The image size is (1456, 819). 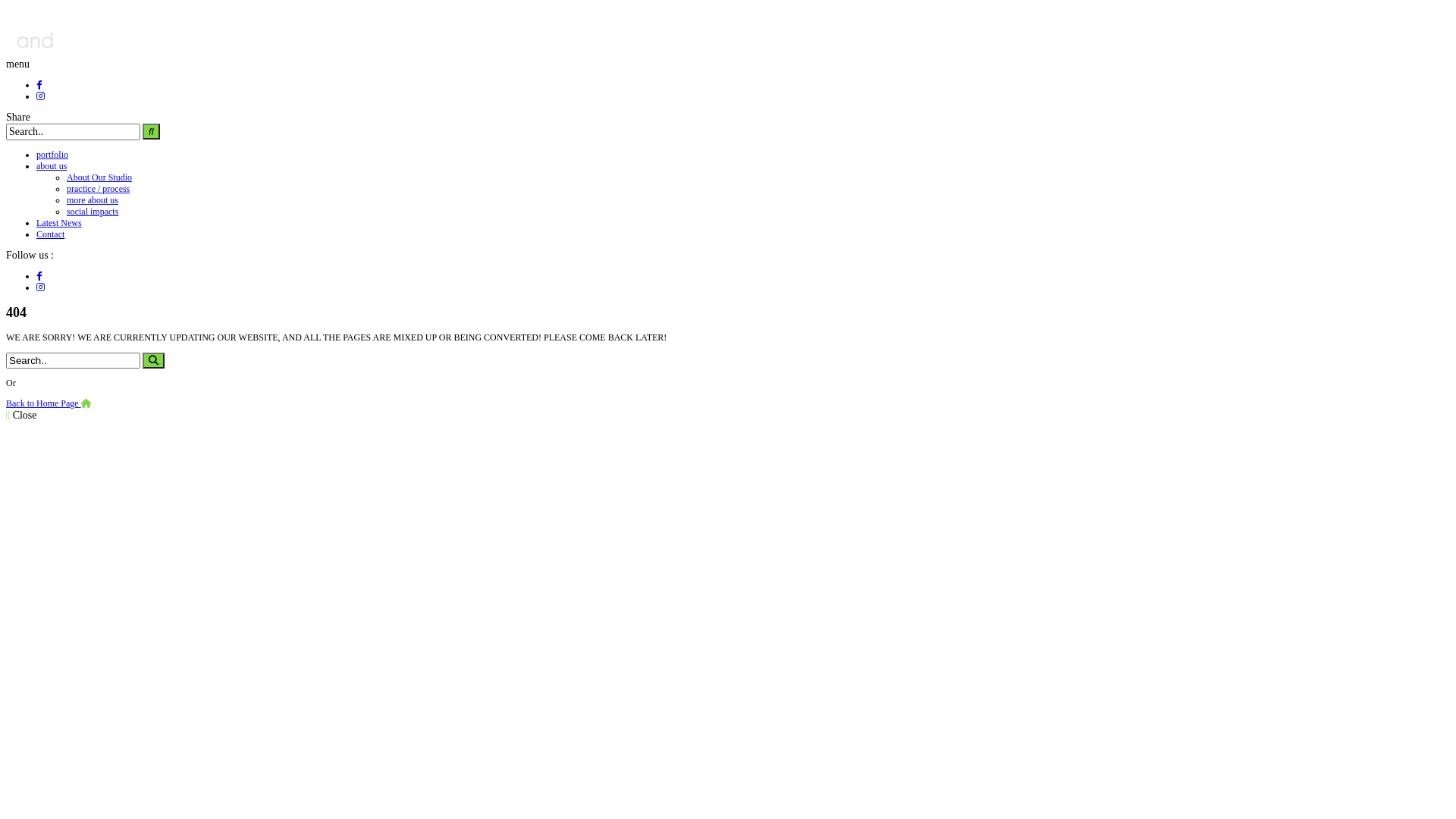 I want to click on 'social impacts', so click(x=65, y=211).